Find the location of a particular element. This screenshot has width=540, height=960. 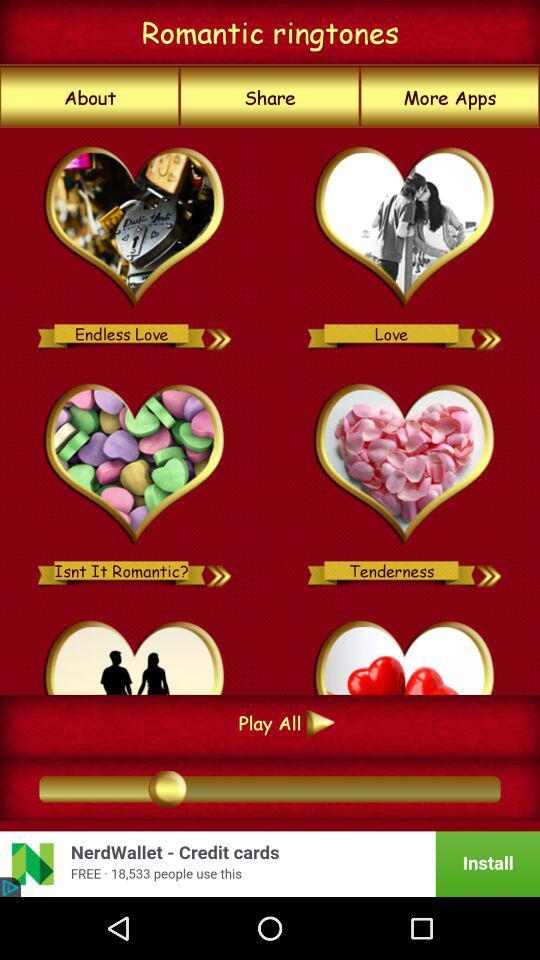

reproduce ringtone is located at coordinates (219, 570).